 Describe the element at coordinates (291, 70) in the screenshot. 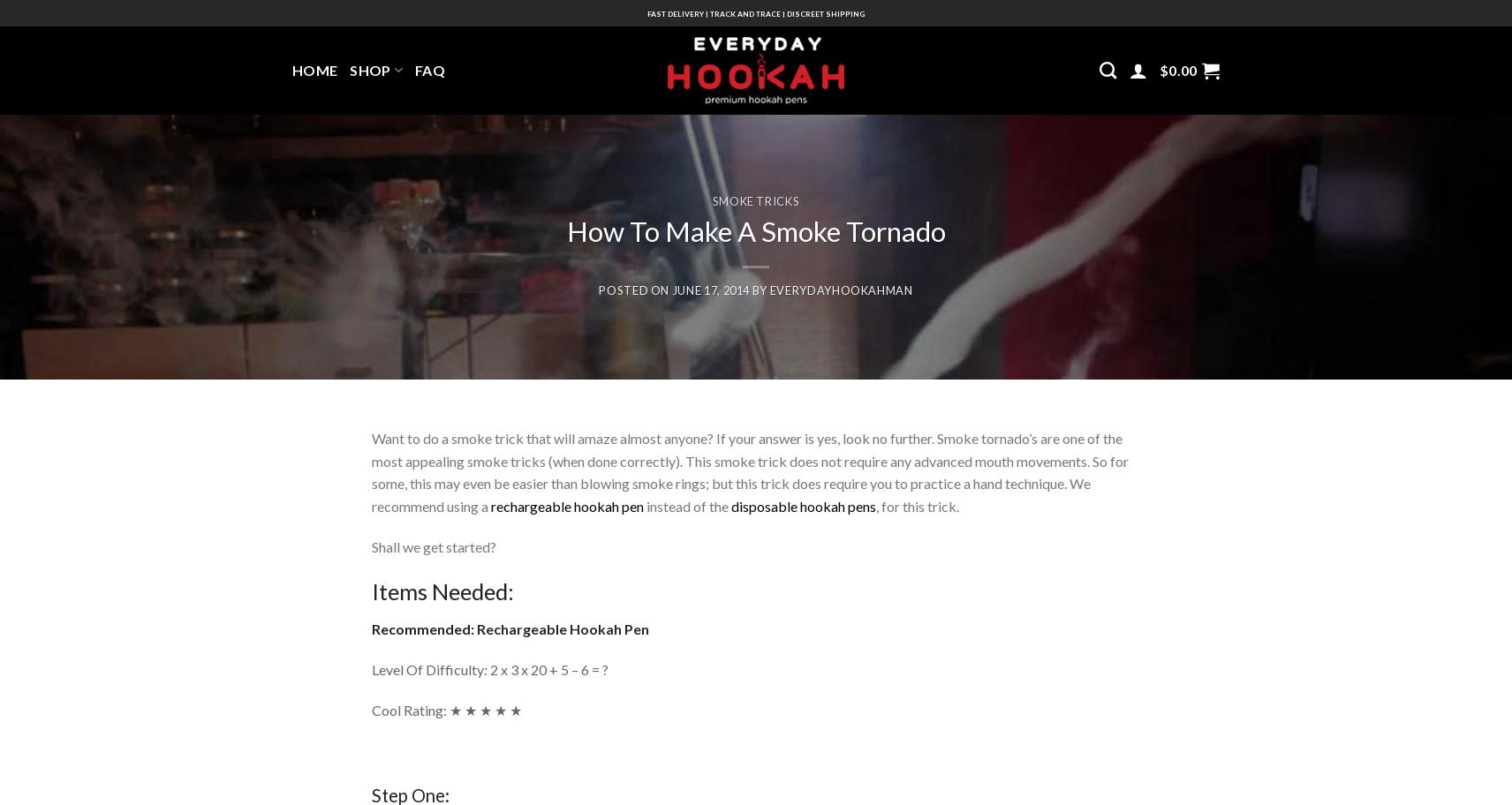

I see `'Home'` at that location.